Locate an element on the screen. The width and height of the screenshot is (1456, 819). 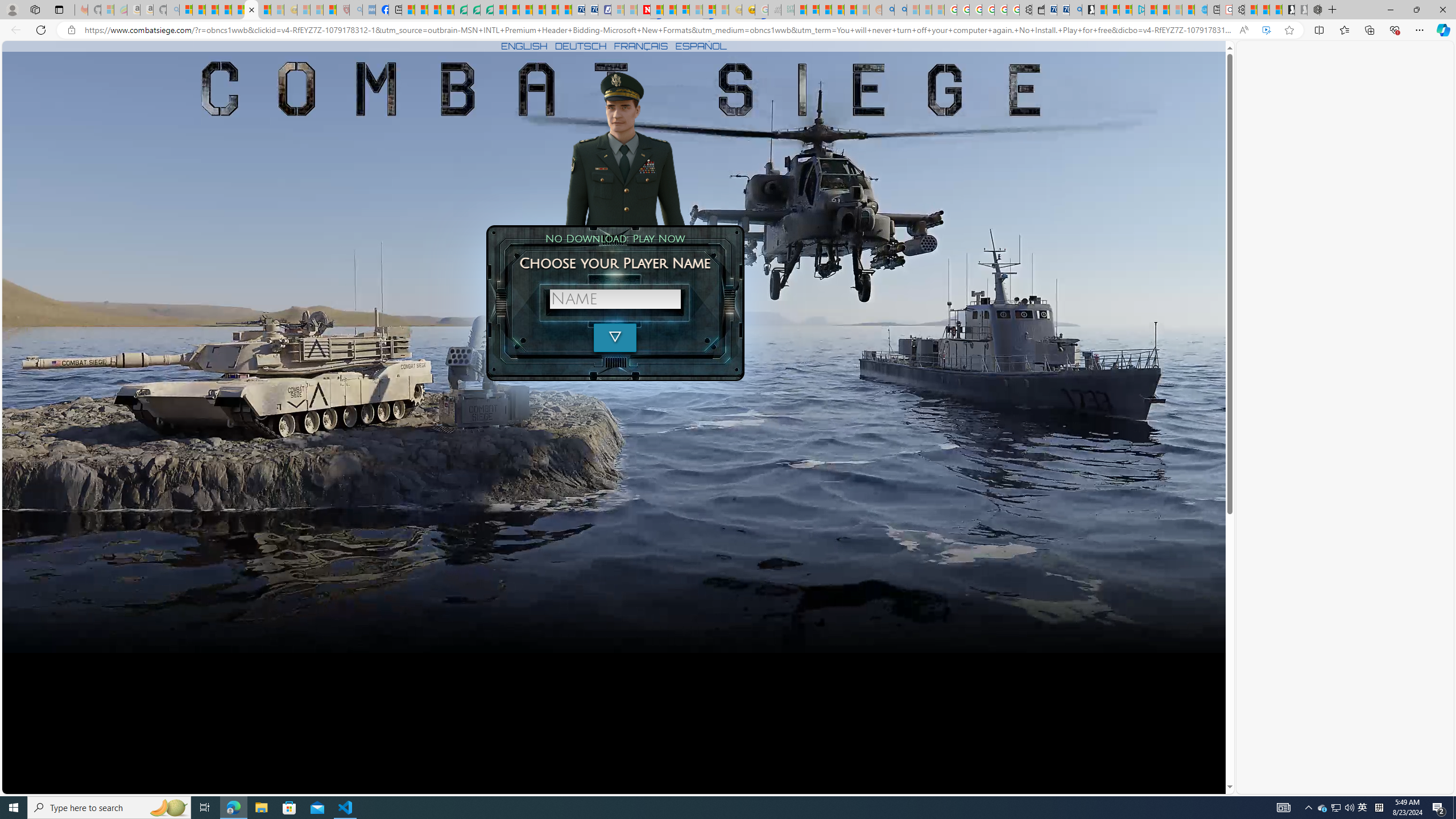
'Wallet' is located at coordinates (1038, 9).